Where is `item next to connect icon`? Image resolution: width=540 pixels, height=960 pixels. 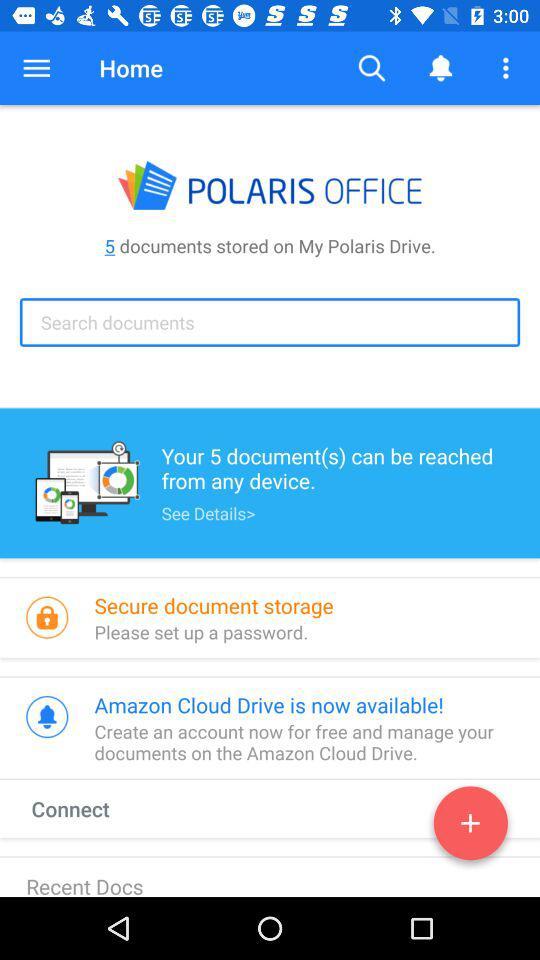
item next to connect icon is located at coordinates (470, 827).